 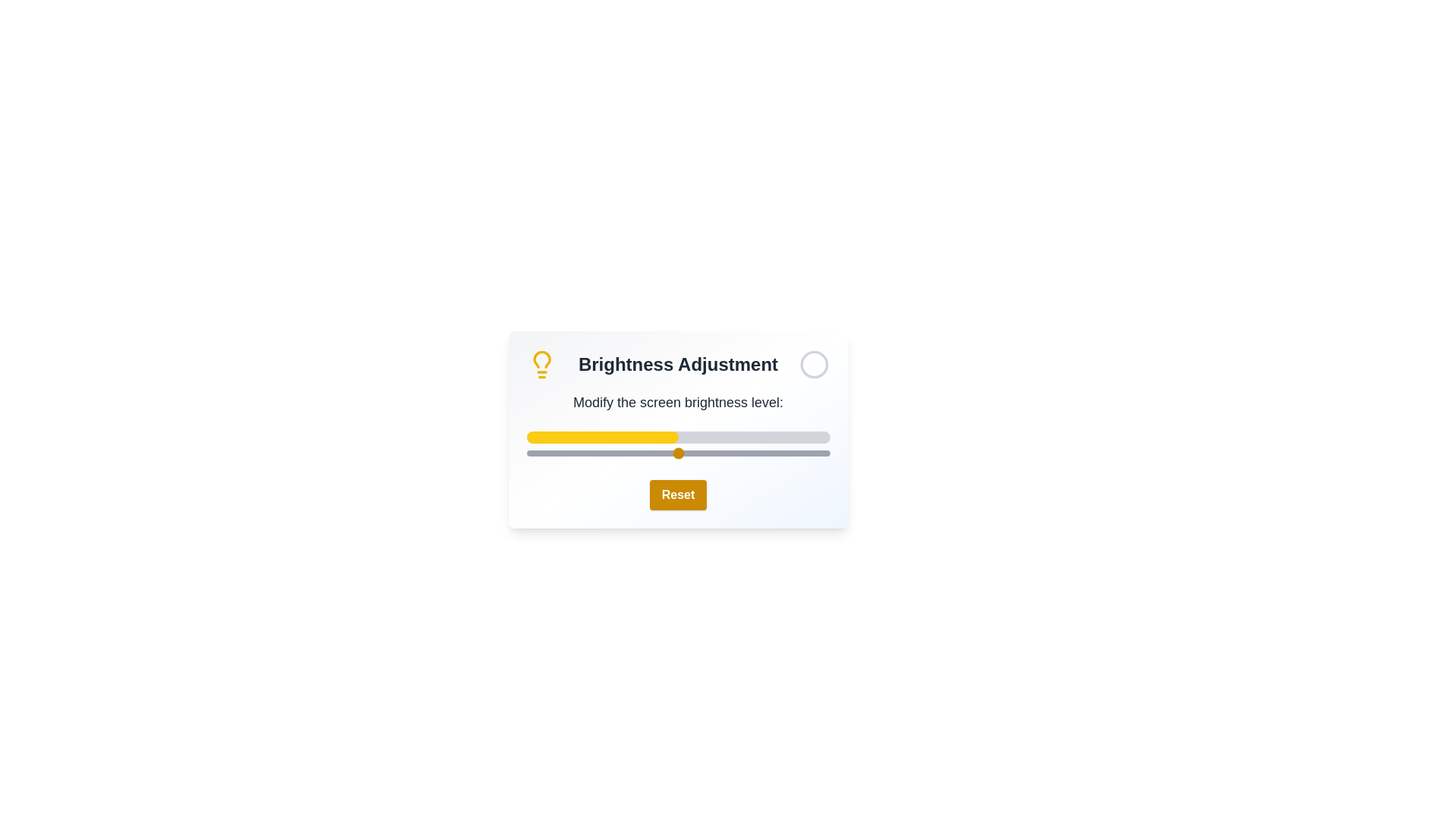 I want to click on Reset button to reset the brightness to its default value, so click(x=677, y=494).